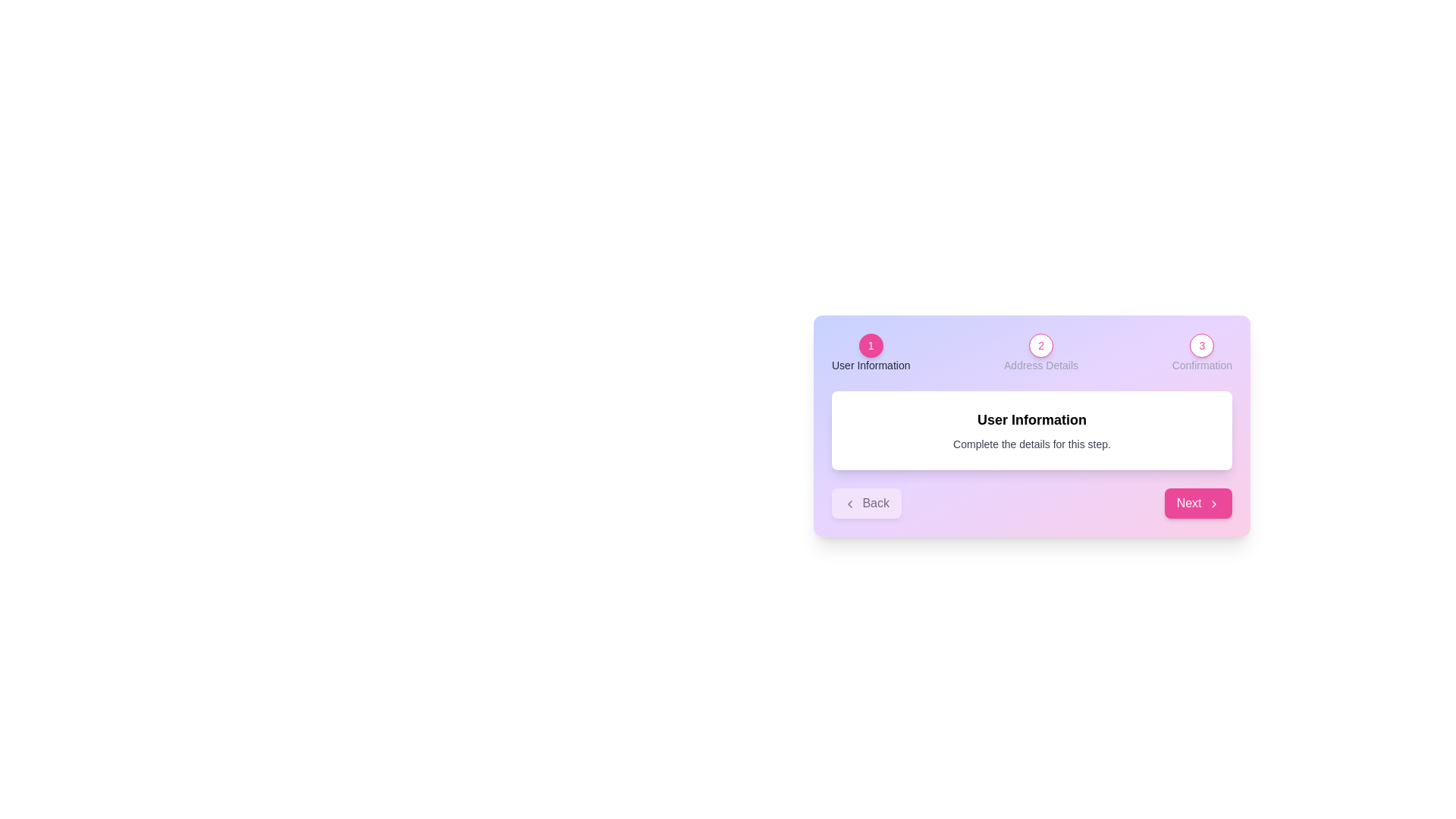 The image size is (1456, 819). I want to click on the step indicator labeled Confirmation to navigate to its details, so click(1201, 345).